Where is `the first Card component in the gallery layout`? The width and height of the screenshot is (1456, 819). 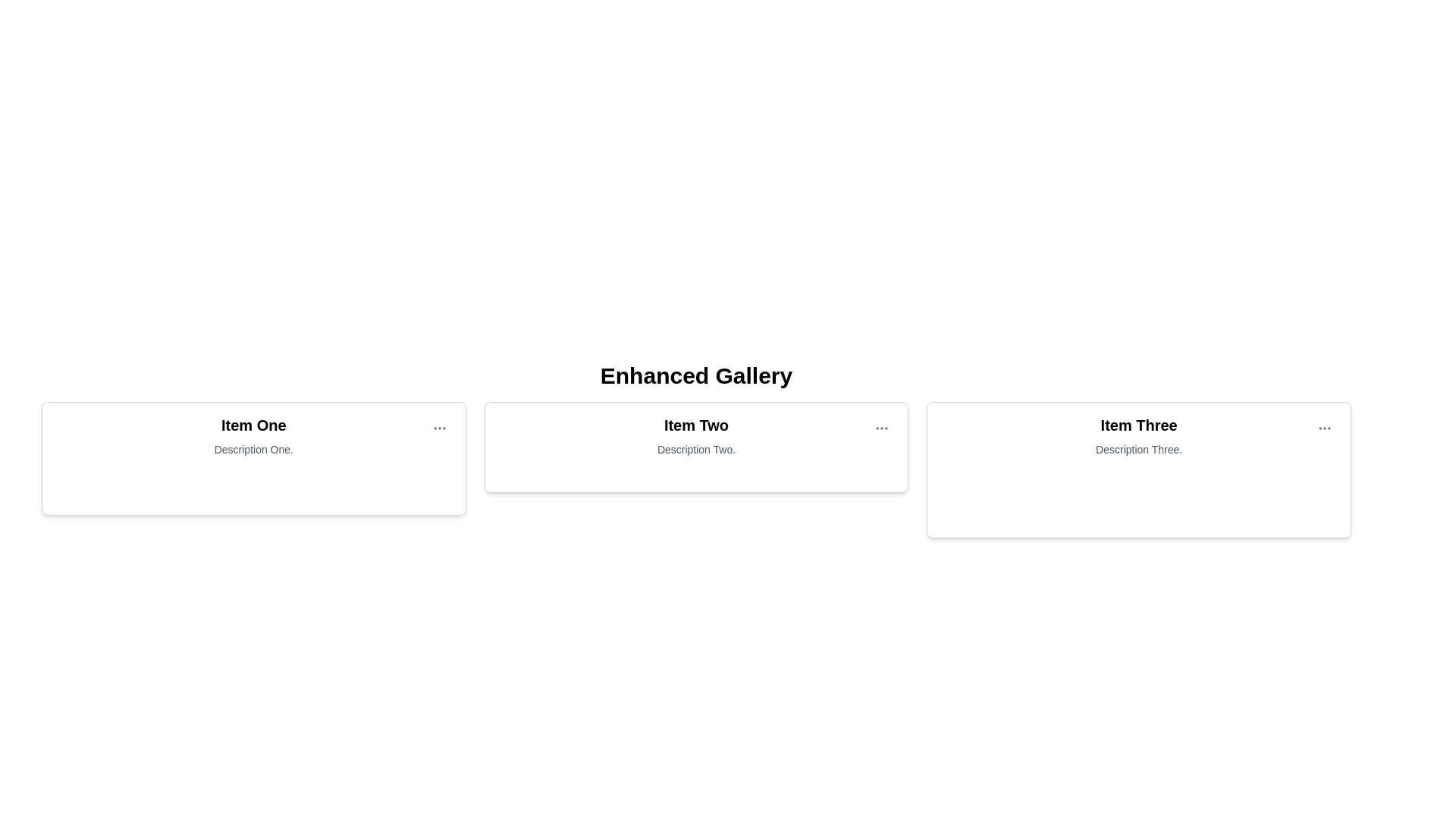 the first Card component in the gallery layout is located at coordinates (253, 458).